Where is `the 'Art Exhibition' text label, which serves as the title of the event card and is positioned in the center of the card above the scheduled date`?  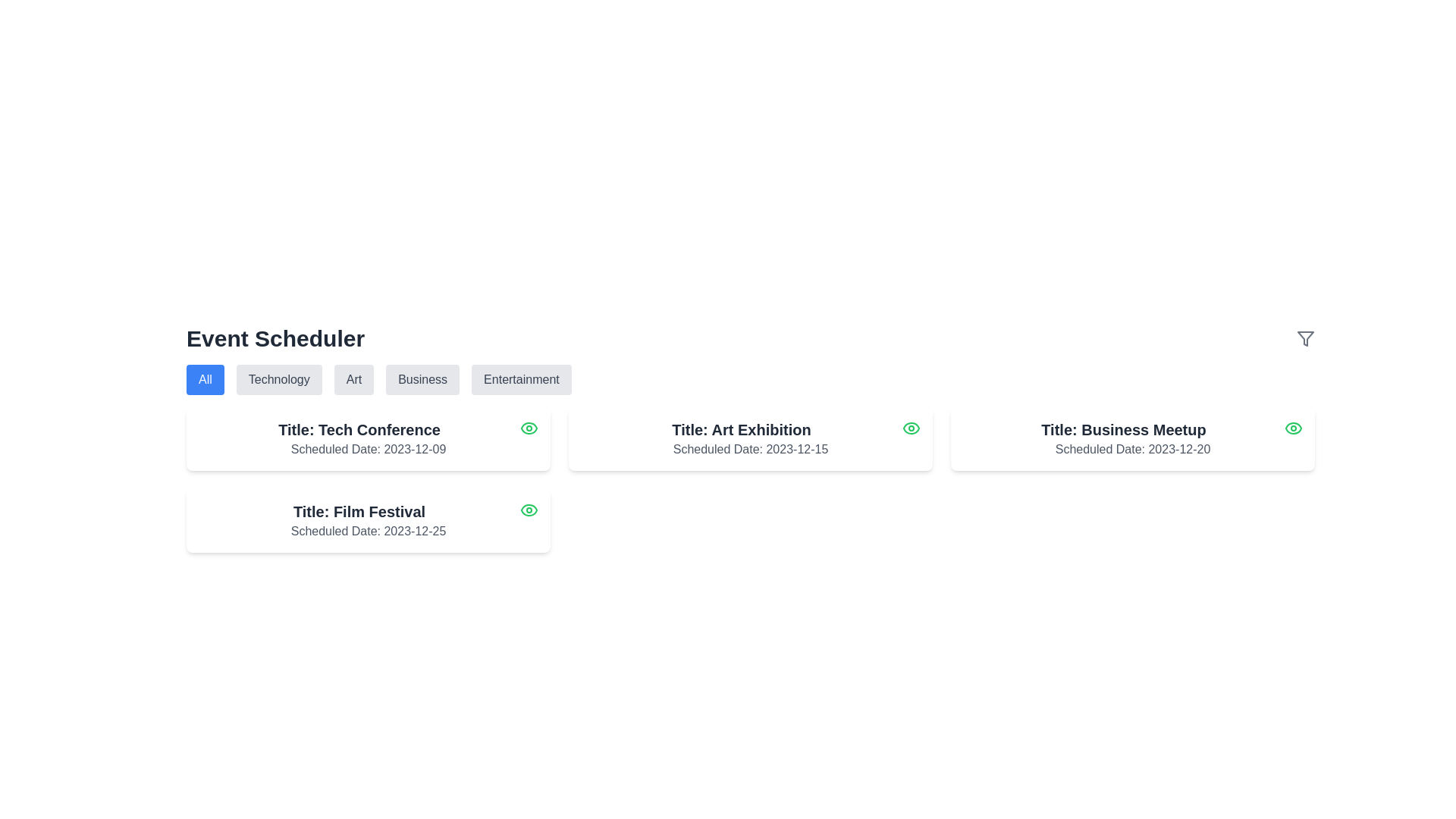 the 'Art Exhibition' text label, which serves as the title of the event card and is positioned in the center of the card above the scheduled date is located at coordinates (750, 430).